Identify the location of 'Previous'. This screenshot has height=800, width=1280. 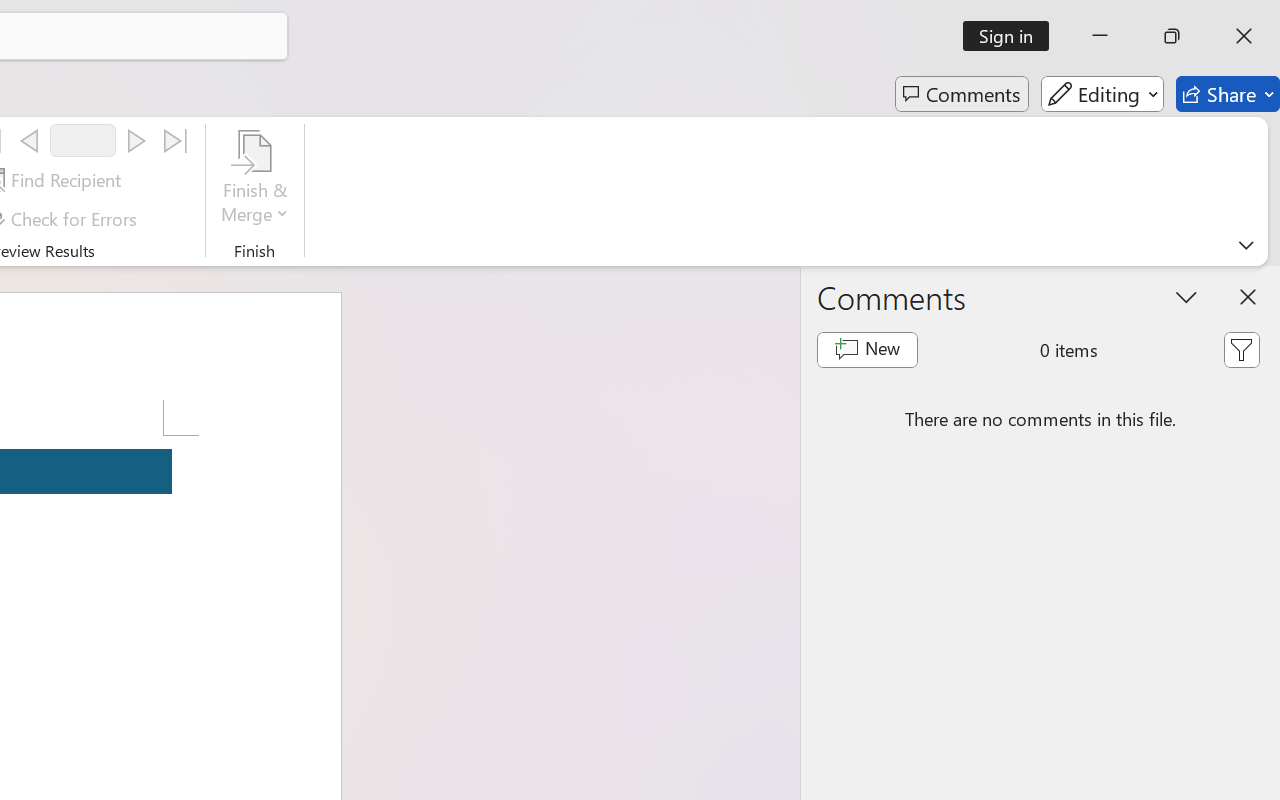
(29, 141).